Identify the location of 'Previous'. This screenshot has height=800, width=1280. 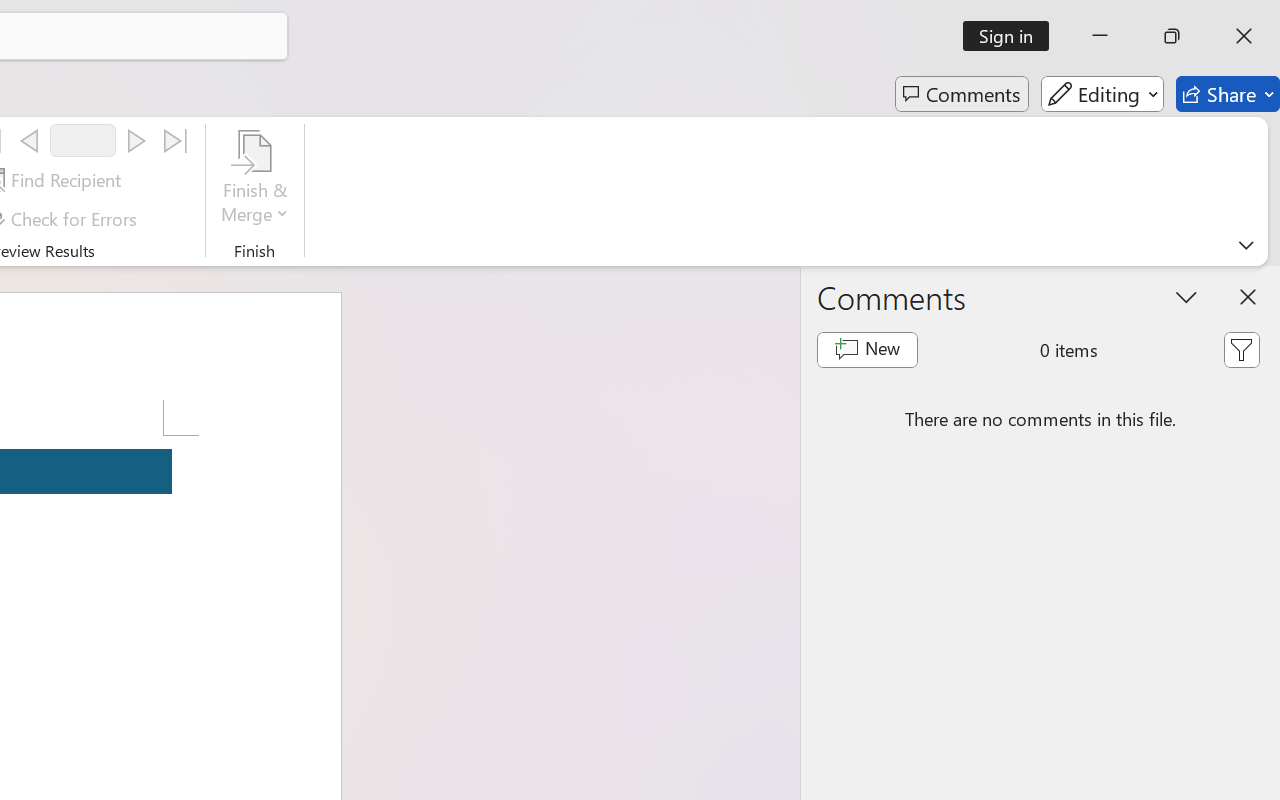
(29, 141).